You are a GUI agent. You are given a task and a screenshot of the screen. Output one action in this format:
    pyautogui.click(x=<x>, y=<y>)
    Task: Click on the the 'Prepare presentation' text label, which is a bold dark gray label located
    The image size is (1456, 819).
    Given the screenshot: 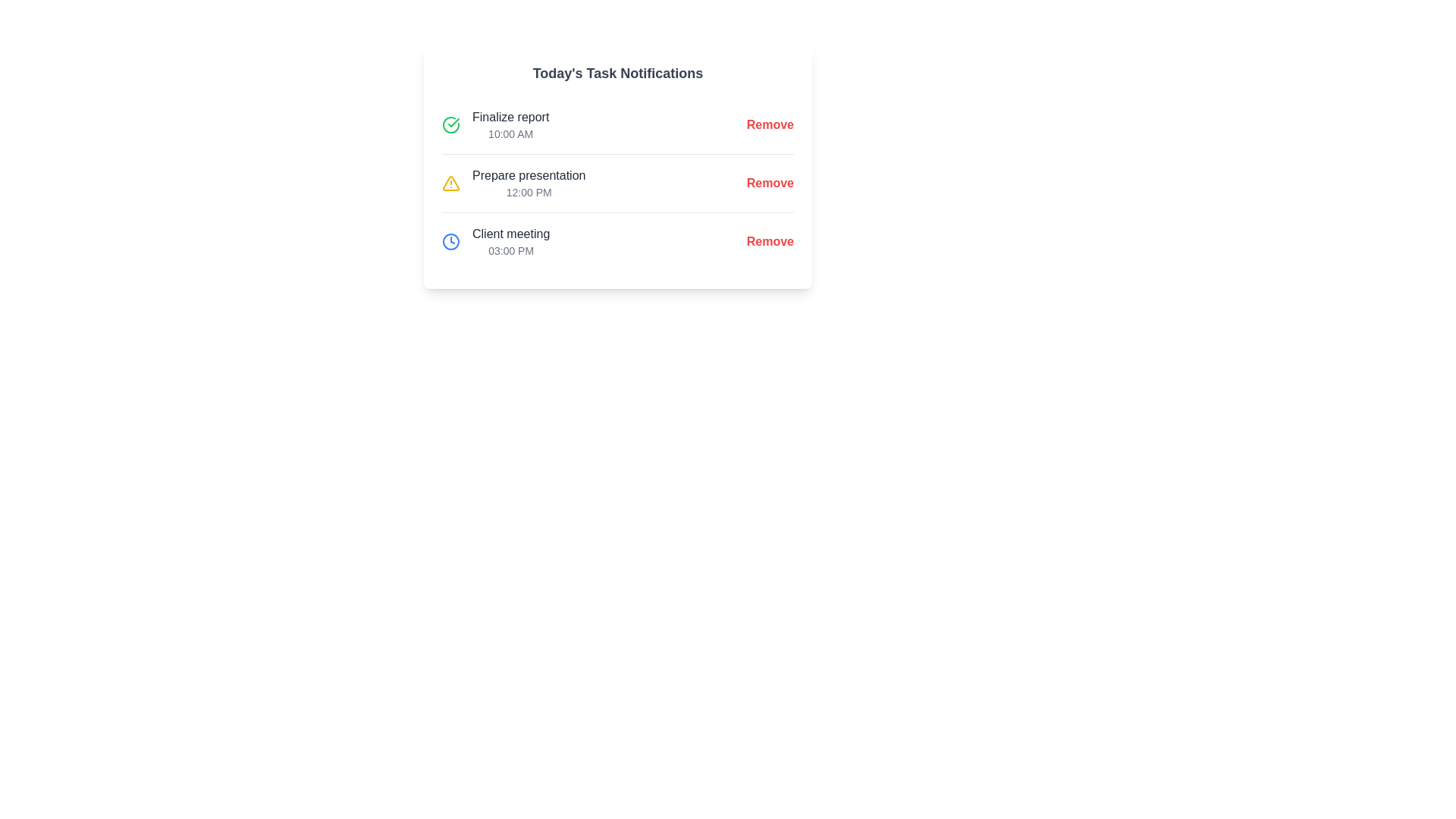 What is the action you would take?
    pyautogui.click(x=529, y=174)
    